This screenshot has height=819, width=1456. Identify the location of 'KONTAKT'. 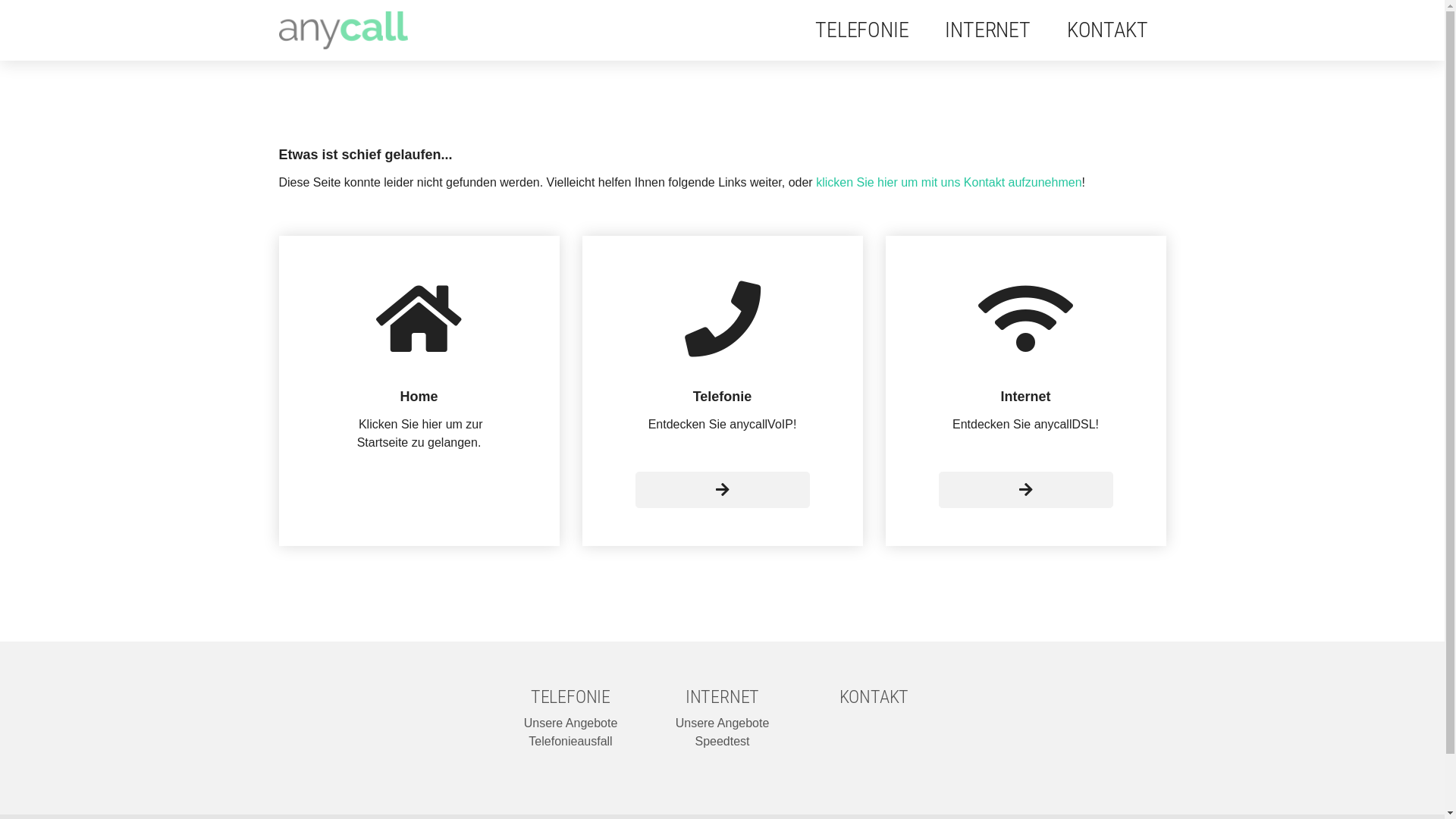
(1107, 30).